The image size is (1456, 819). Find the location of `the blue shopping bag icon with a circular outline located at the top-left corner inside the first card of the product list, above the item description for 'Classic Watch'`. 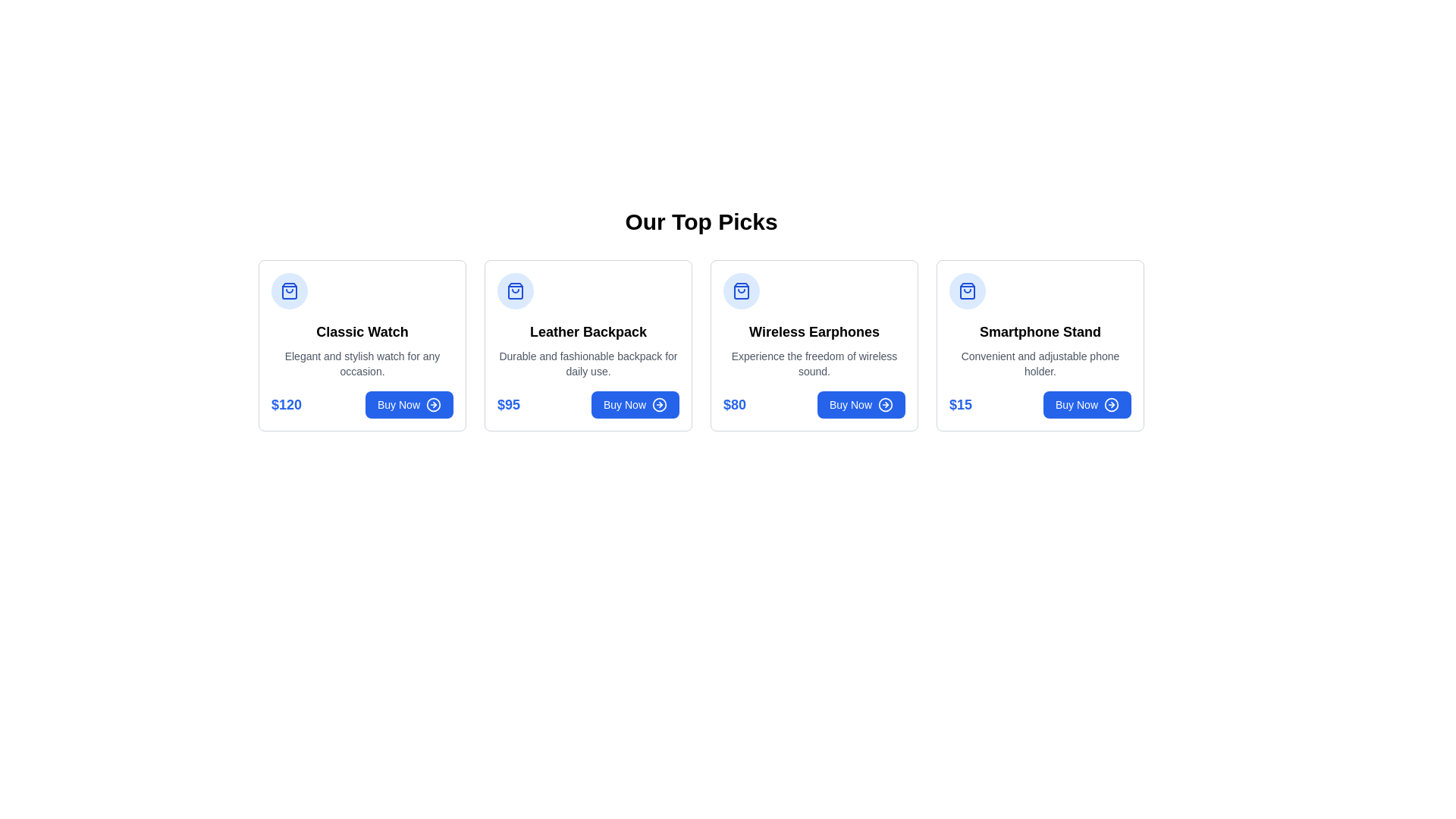

the blue shopping bag icon with a circular outline located at the top-left corner inside the first card of the product list, above the item description for 'Classic Watch' is located at coordinates (290, 291).